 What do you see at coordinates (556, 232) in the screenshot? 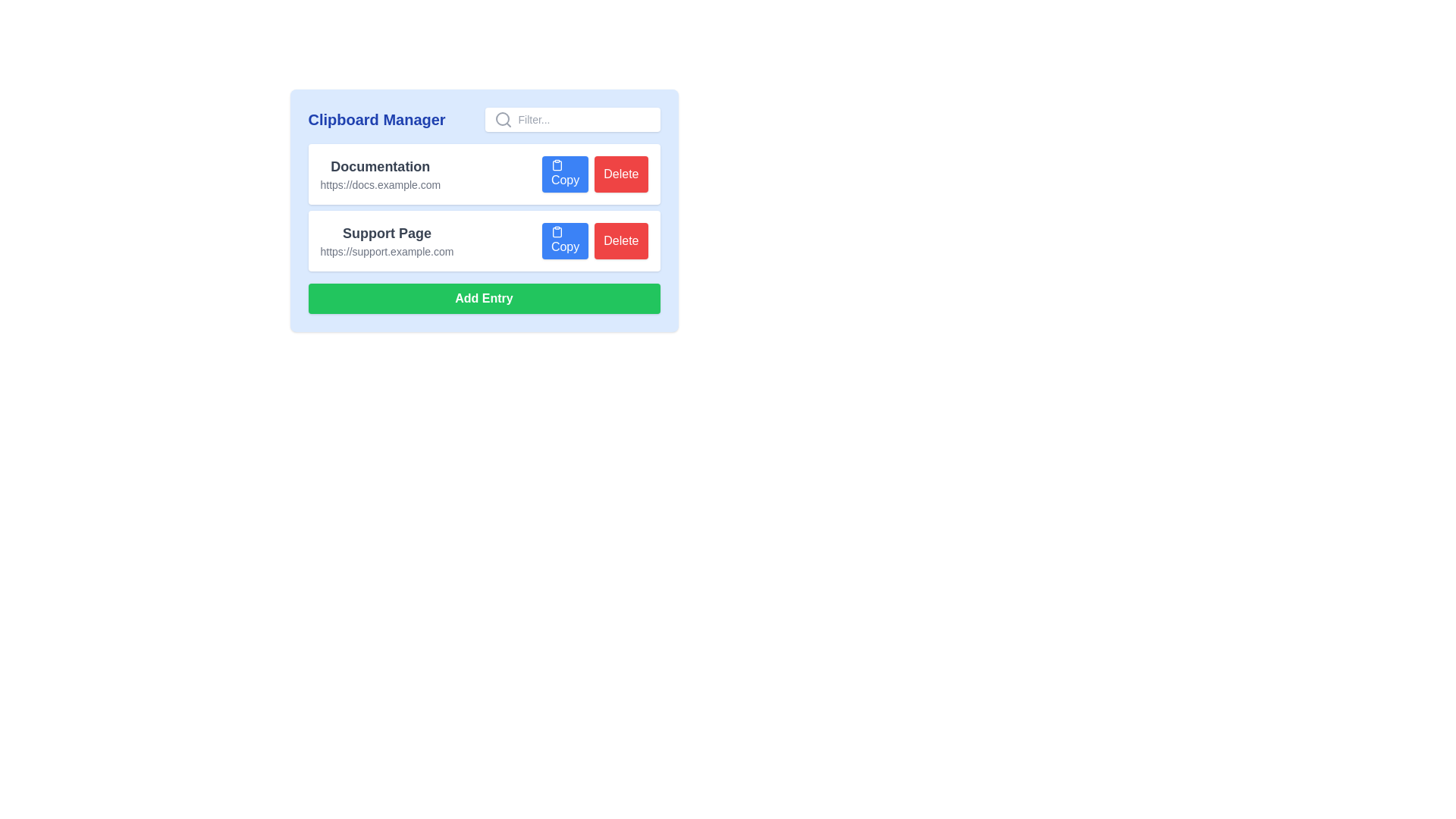
I see `the graphic representation of the clipboard icon located next to the 'Copy' button of the 'Support Page' entry in the Clipboard Manager interface` at bounding box center [556, 232].